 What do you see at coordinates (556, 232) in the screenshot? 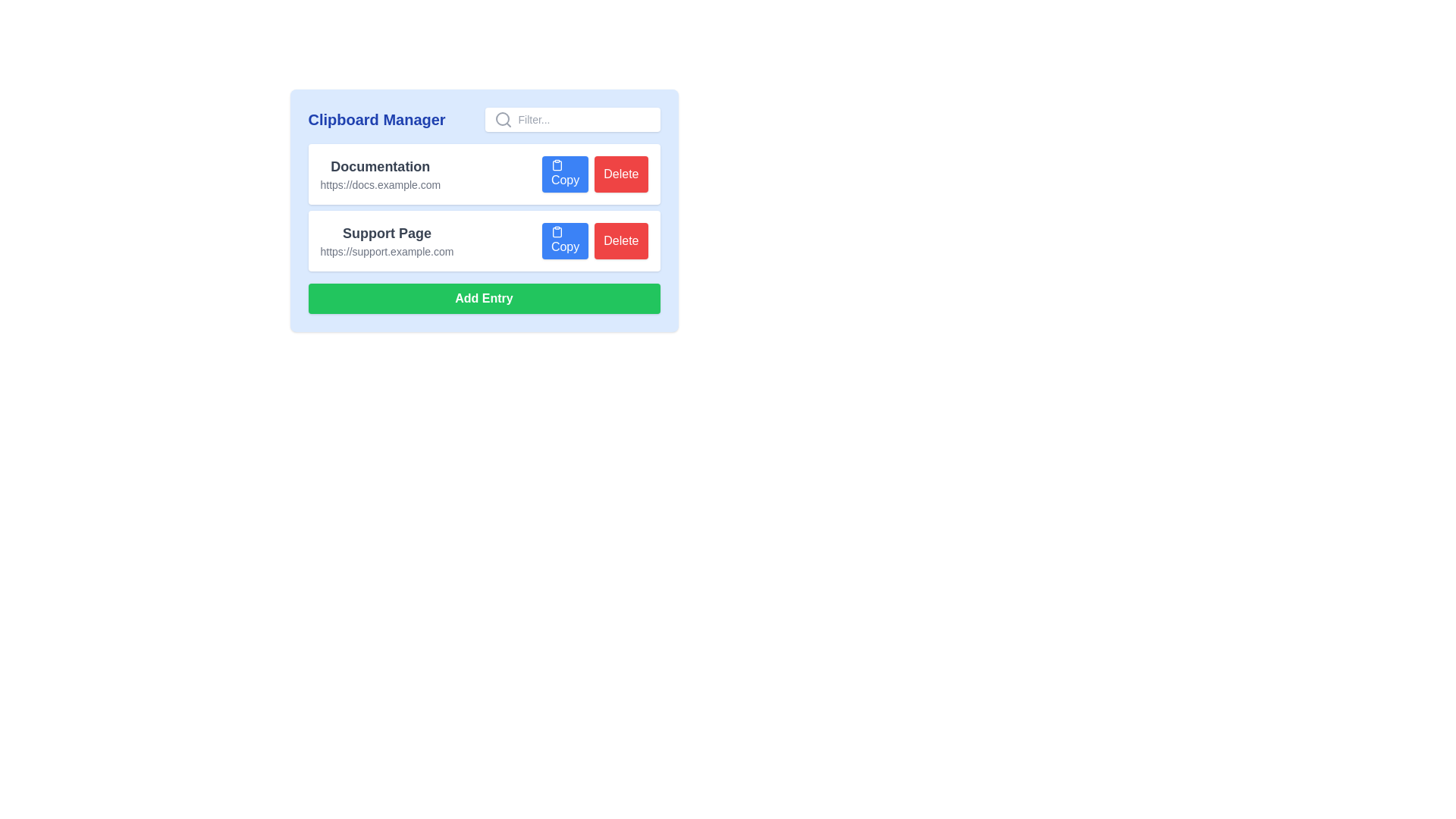
I see `the graphic representation of the clipboard icon located next to the 'Copy' button of the 'Support Page' entry in the Clipboard Manager interface` at bounding box center [556, 232].